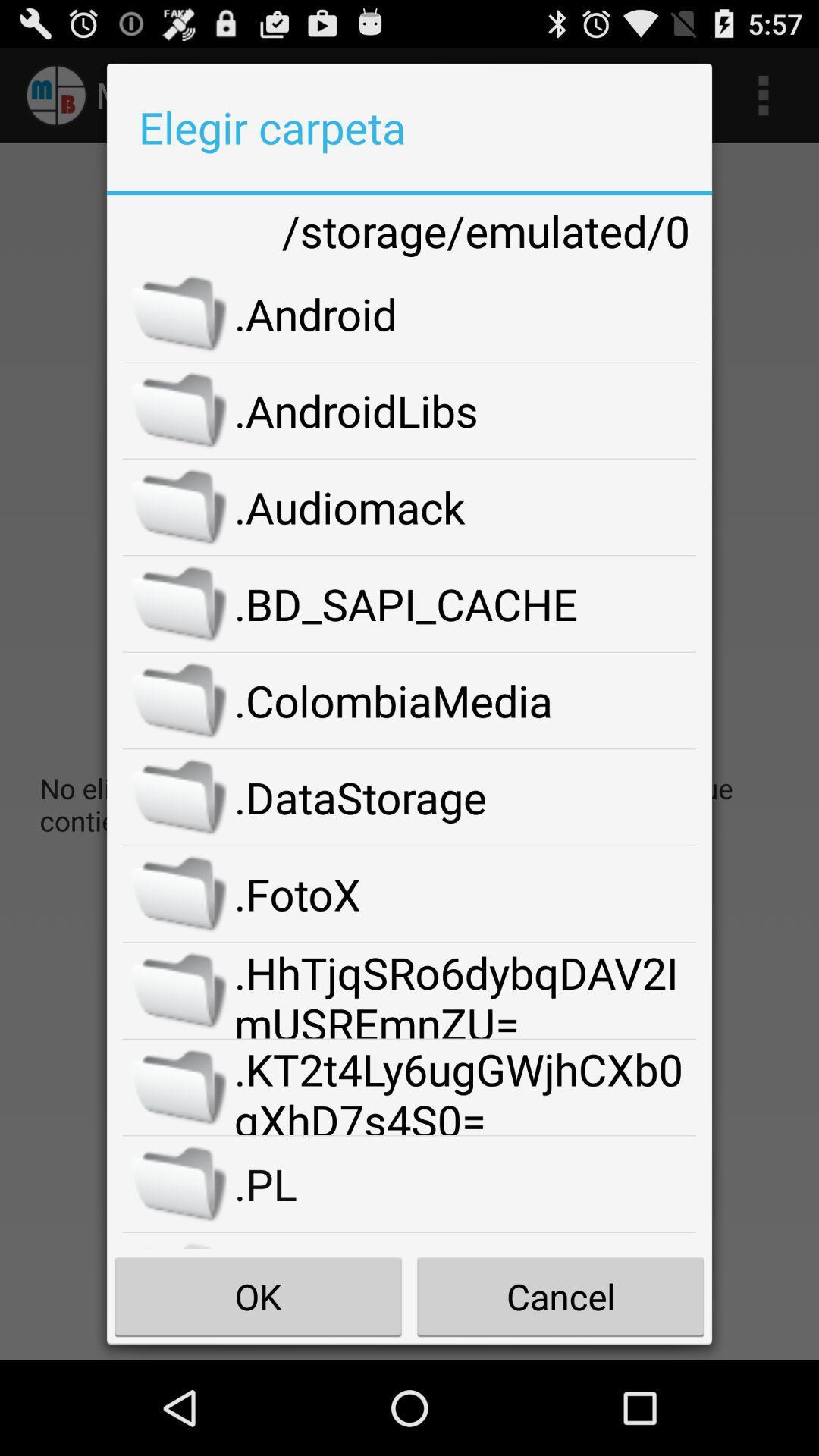 This screenshot has height=1456, width=819. I want to click on icon at the bottom right corner, so click(560, 1295).